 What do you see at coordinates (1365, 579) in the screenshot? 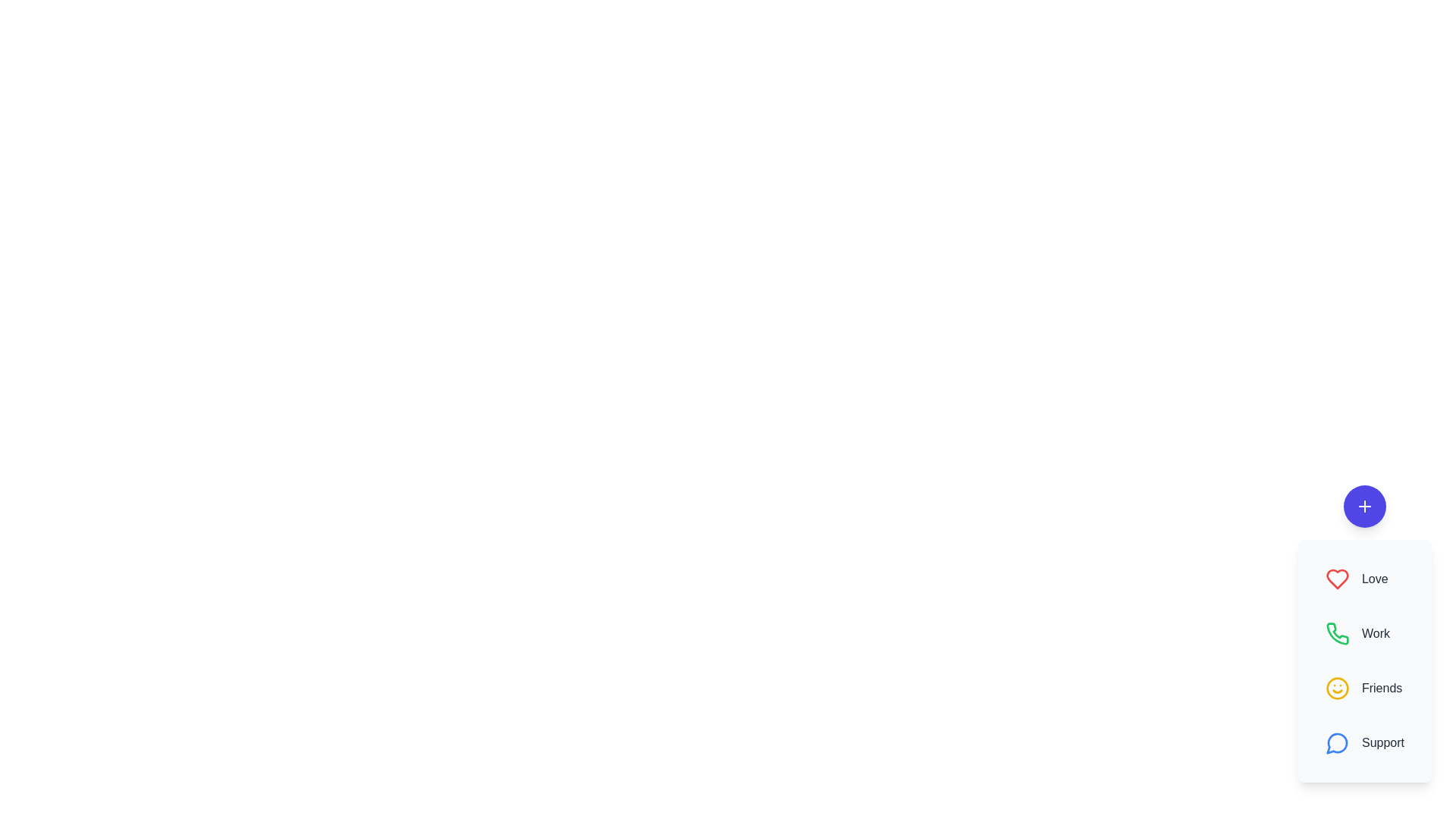
I see `the Love button in the speed dial menu` at bounding box center [1365, 579].